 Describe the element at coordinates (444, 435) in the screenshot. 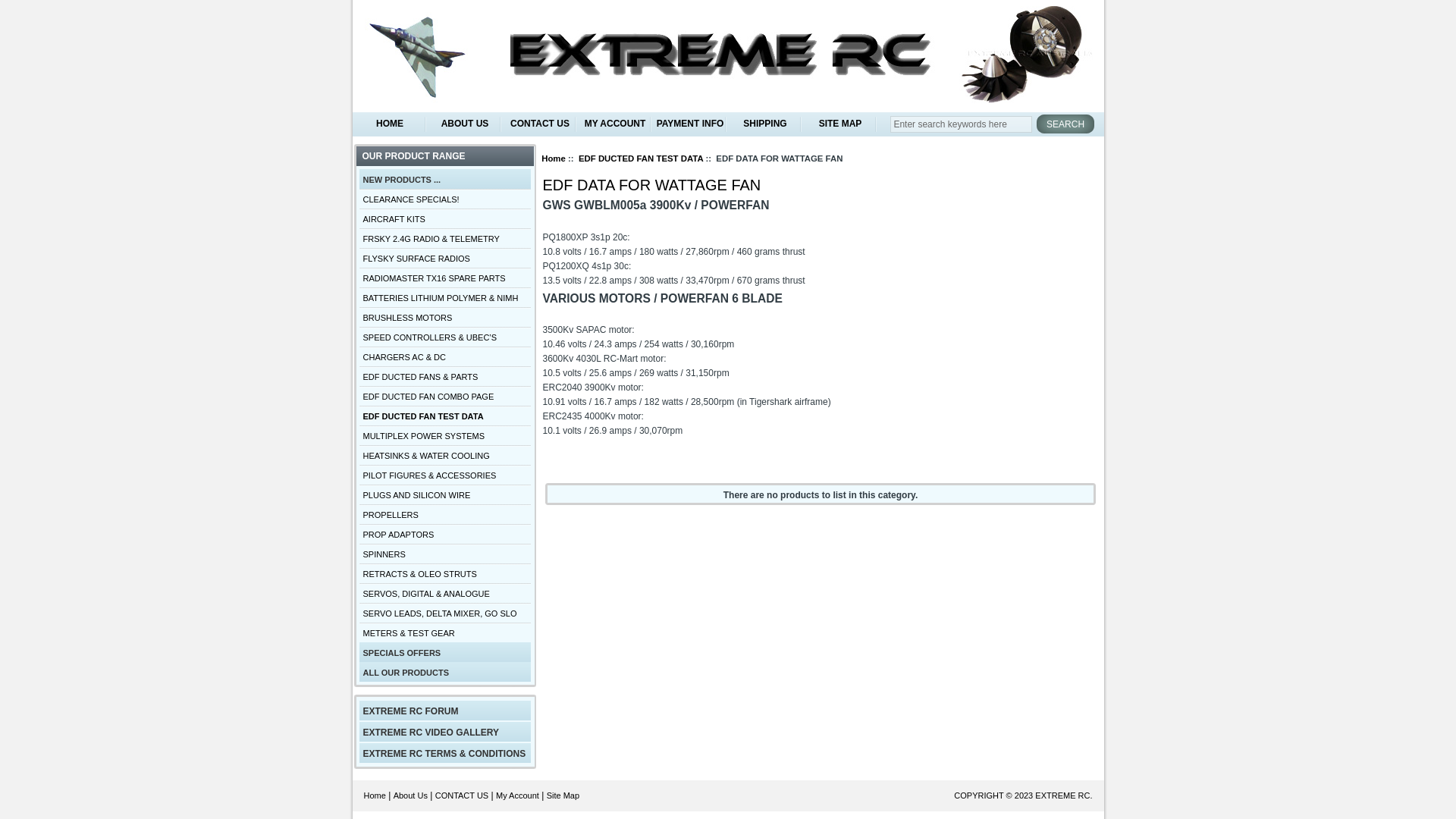

I see `'MULTIPLEX POWER SYSTEMS'` at that location.